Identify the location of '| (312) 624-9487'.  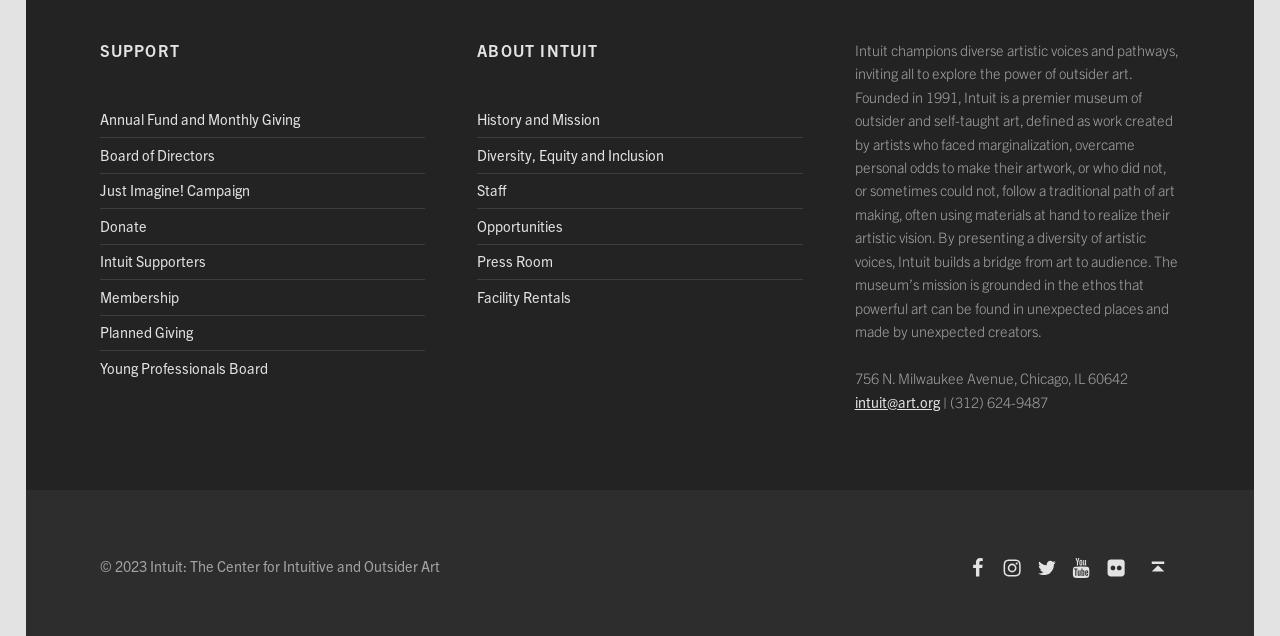
(938, 400).